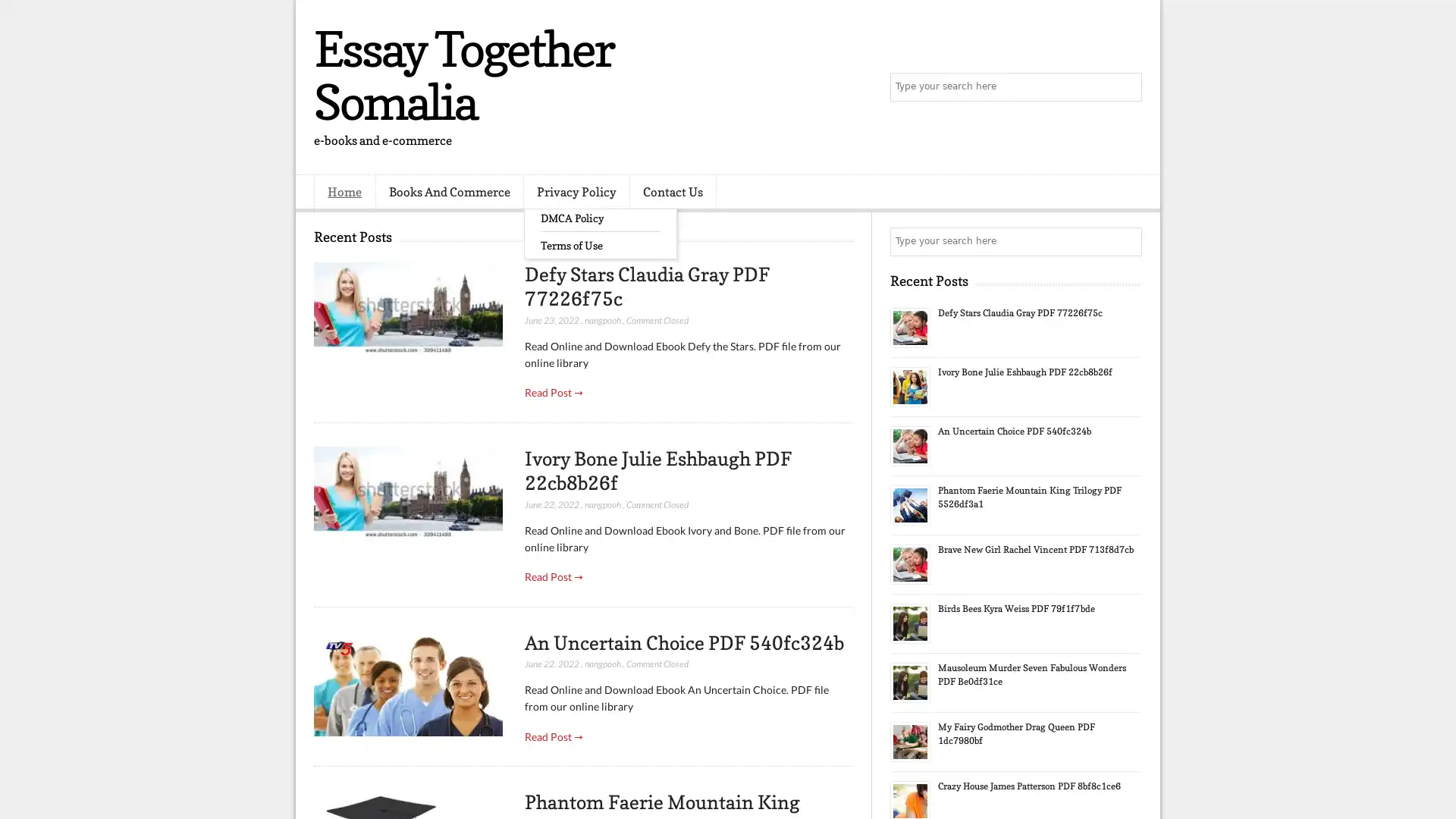 This screenshot has height=819, width=1456. What do you see at coordinates (1126, 87) in the screenshot?
I see `Search` at bounding box center [1126, 87].